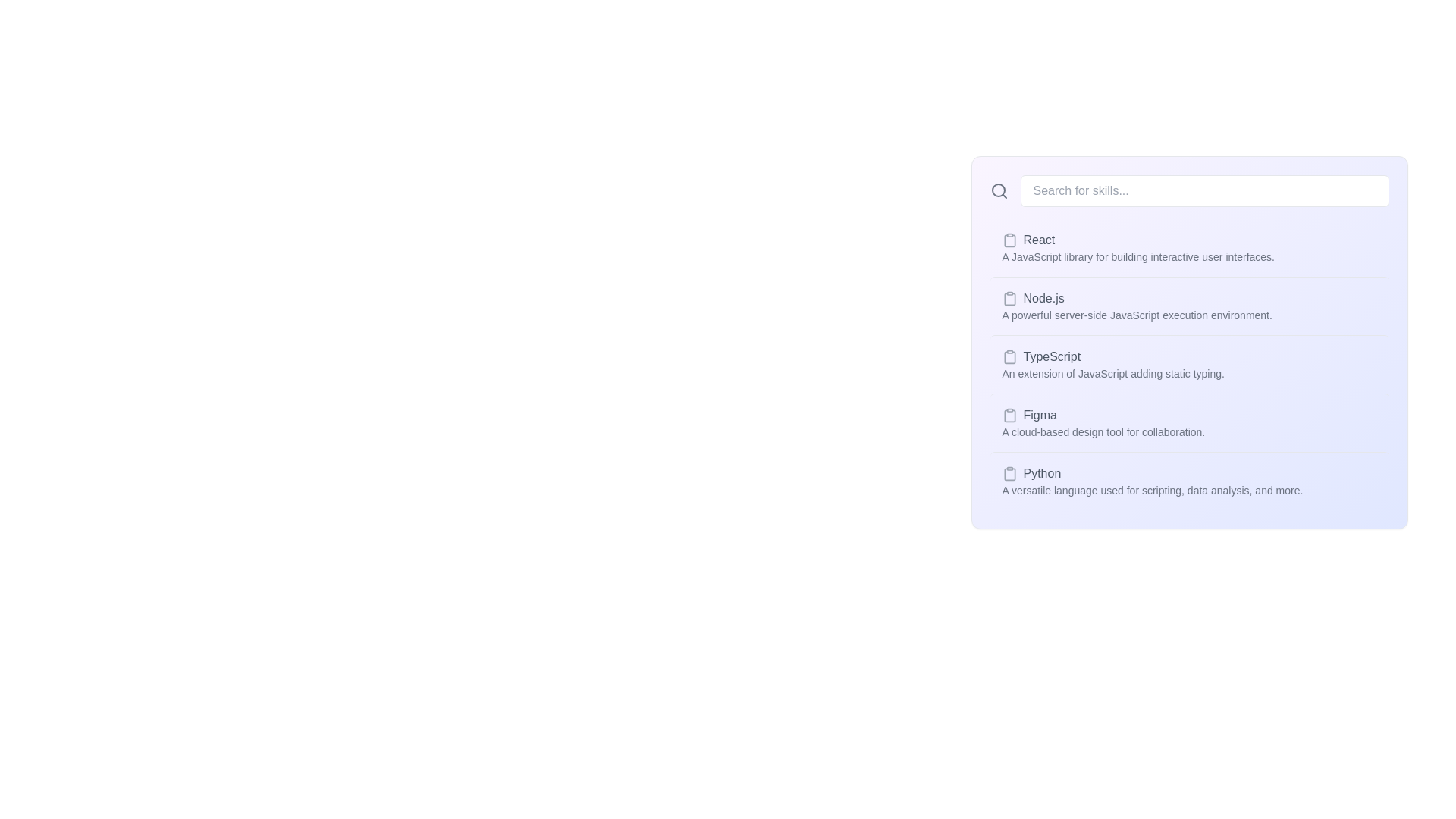  I want to click on text content of the 'React' label located in the first row next to the clipboard icon, so click(1038, 239).